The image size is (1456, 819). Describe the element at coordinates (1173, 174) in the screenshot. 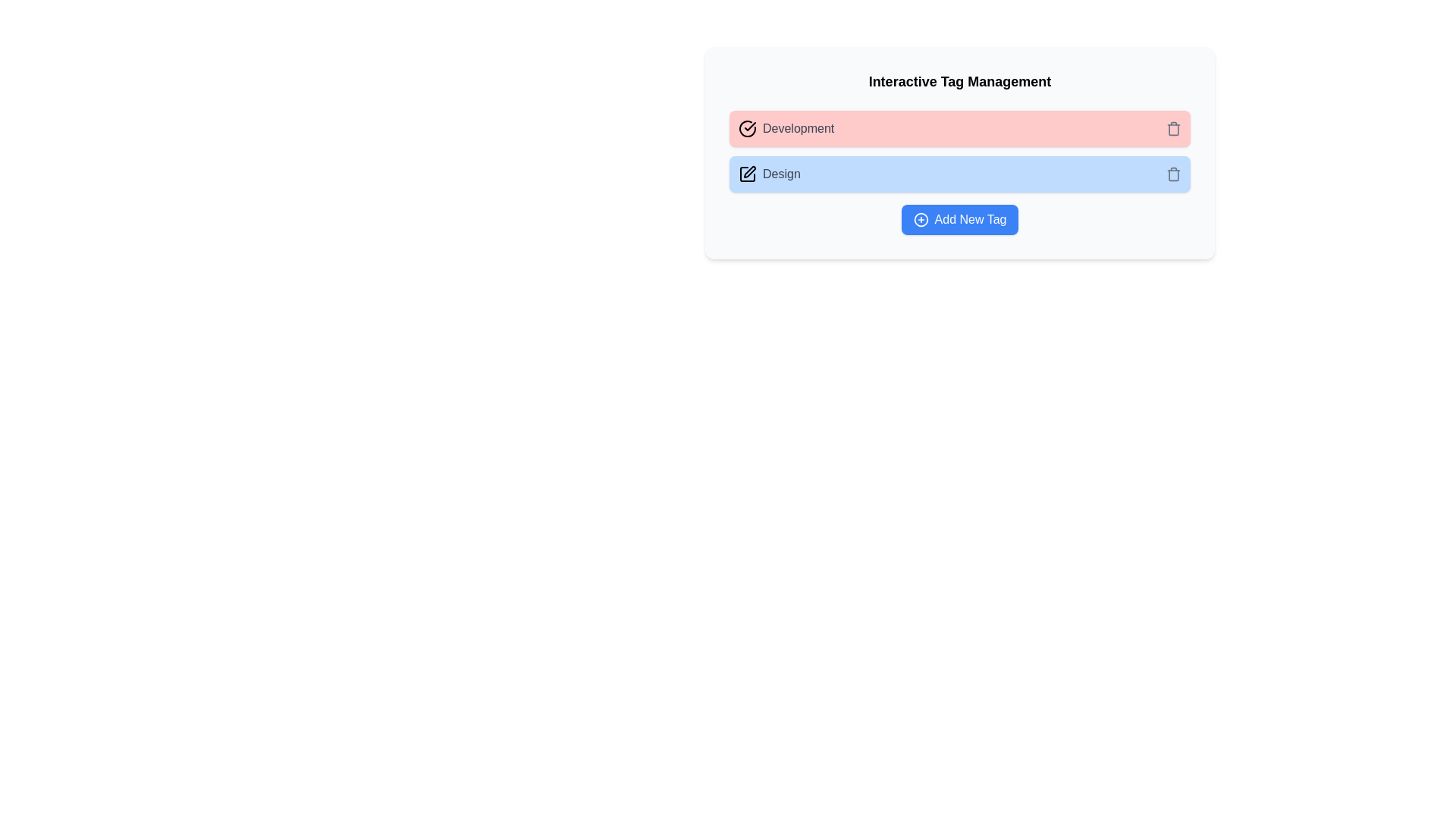

I see `the Icon button located at the rightmost side of the blue-highlighted 'Design' section, aligned horizontally with the text 'Design'` at that location.